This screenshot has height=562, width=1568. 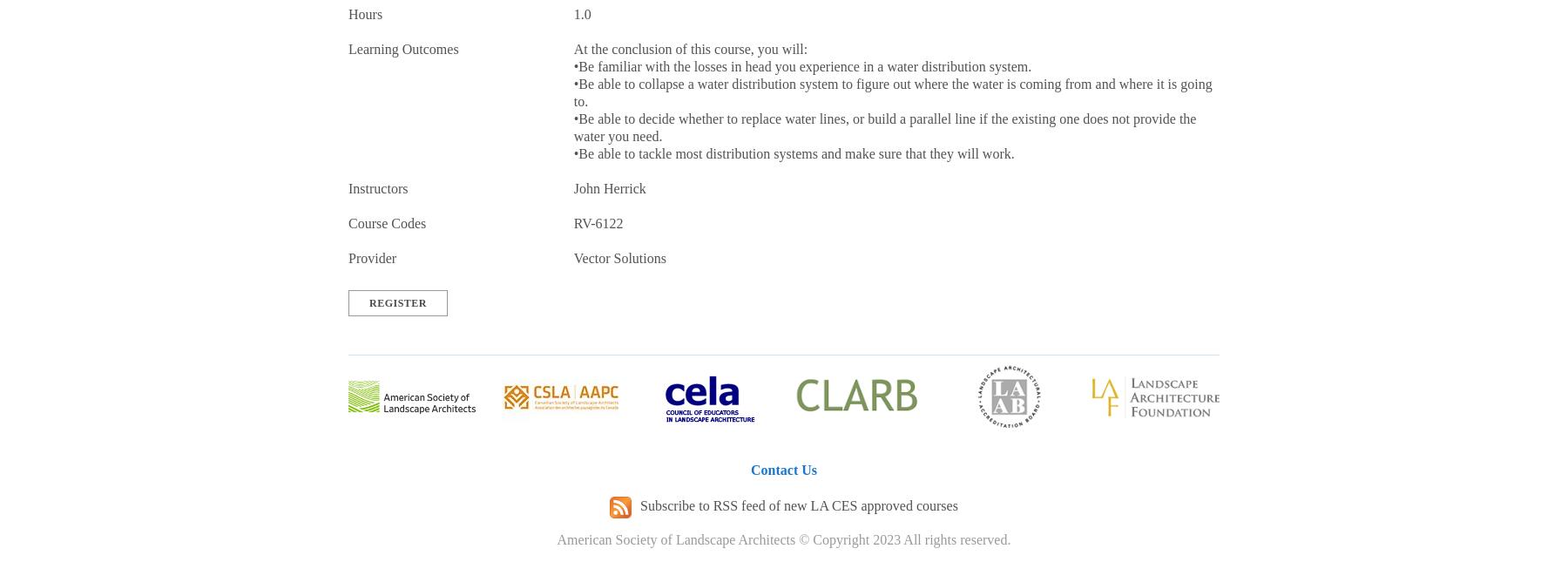 I want to click on 'American Society of Landscape Architects © Copyright
            2023
            All rights reserved.', so click(x=783, y=539).